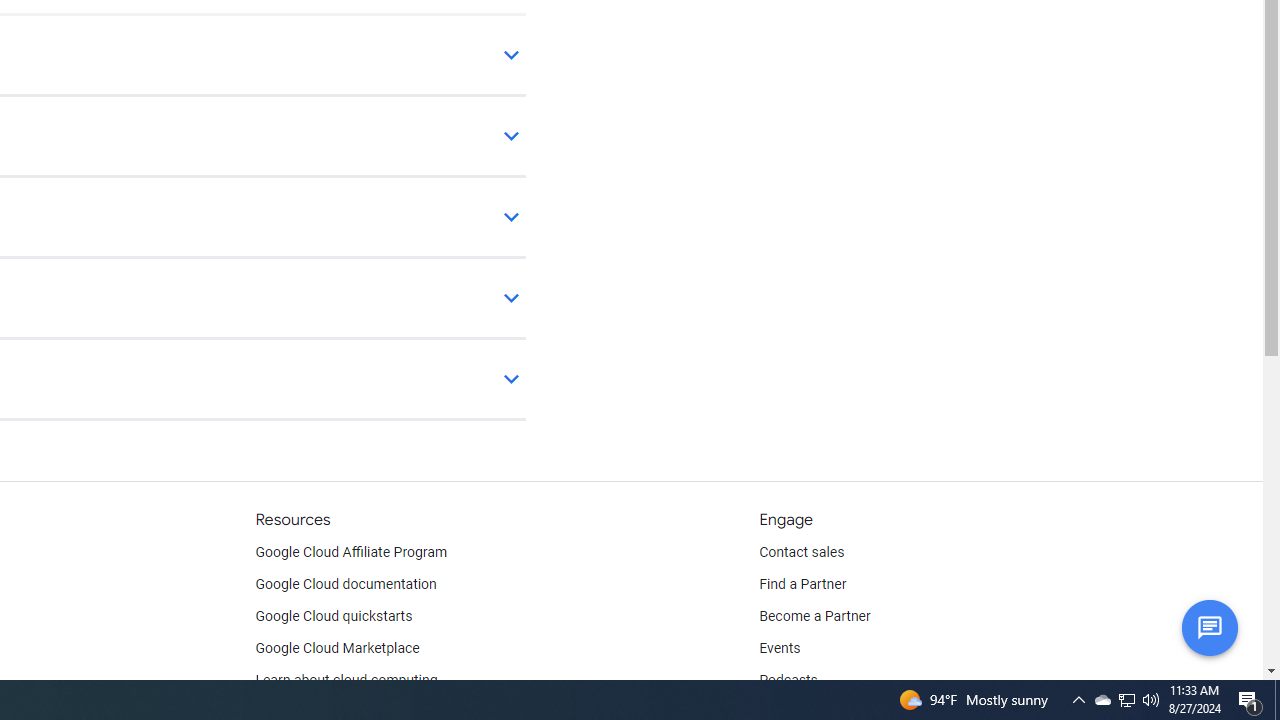  I want to click on 'Learn about cloud computing', so click(346, 680).